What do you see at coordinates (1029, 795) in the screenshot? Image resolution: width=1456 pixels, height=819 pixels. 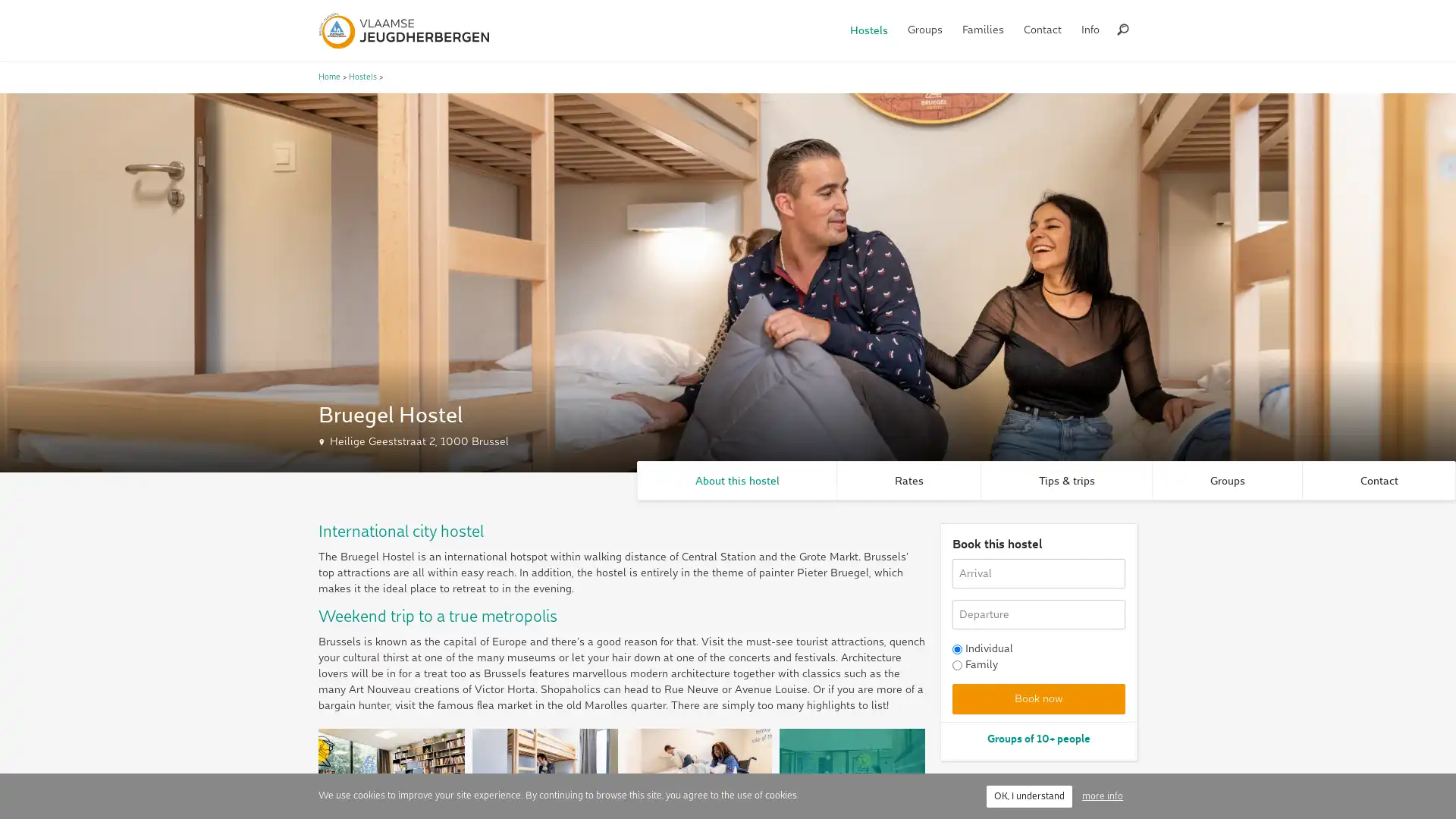 I see `OK, I understand` at bounding box center [1029, 795].